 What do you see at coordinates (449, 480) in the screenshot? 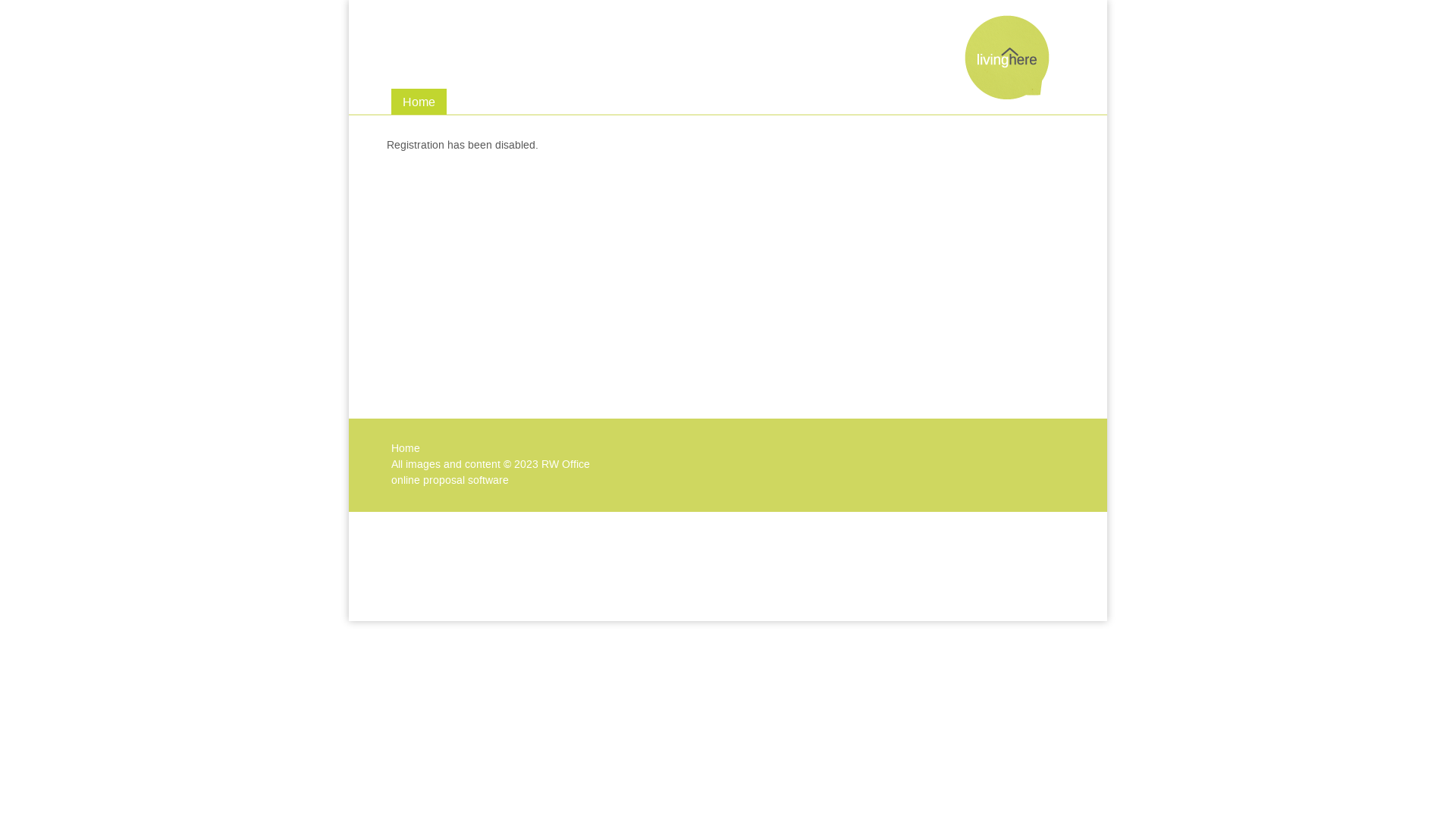
I see `'online proposal software'` at bounding box center [449, 480].